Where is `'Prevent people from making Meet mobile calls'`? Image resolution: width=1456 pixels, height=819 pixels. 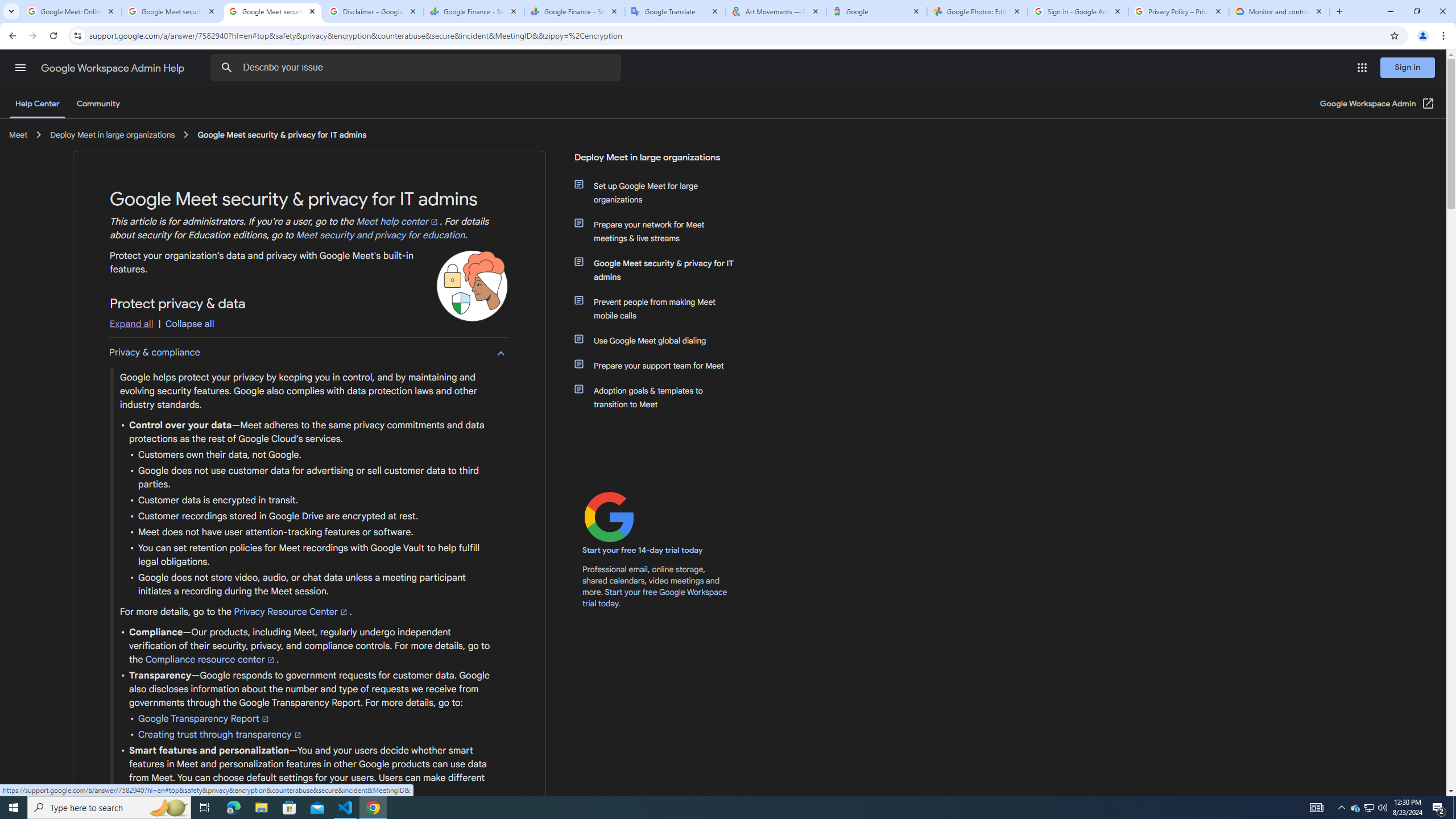 'Prevent people from making Meet mobile calls' is located at coordinates (661, 308).